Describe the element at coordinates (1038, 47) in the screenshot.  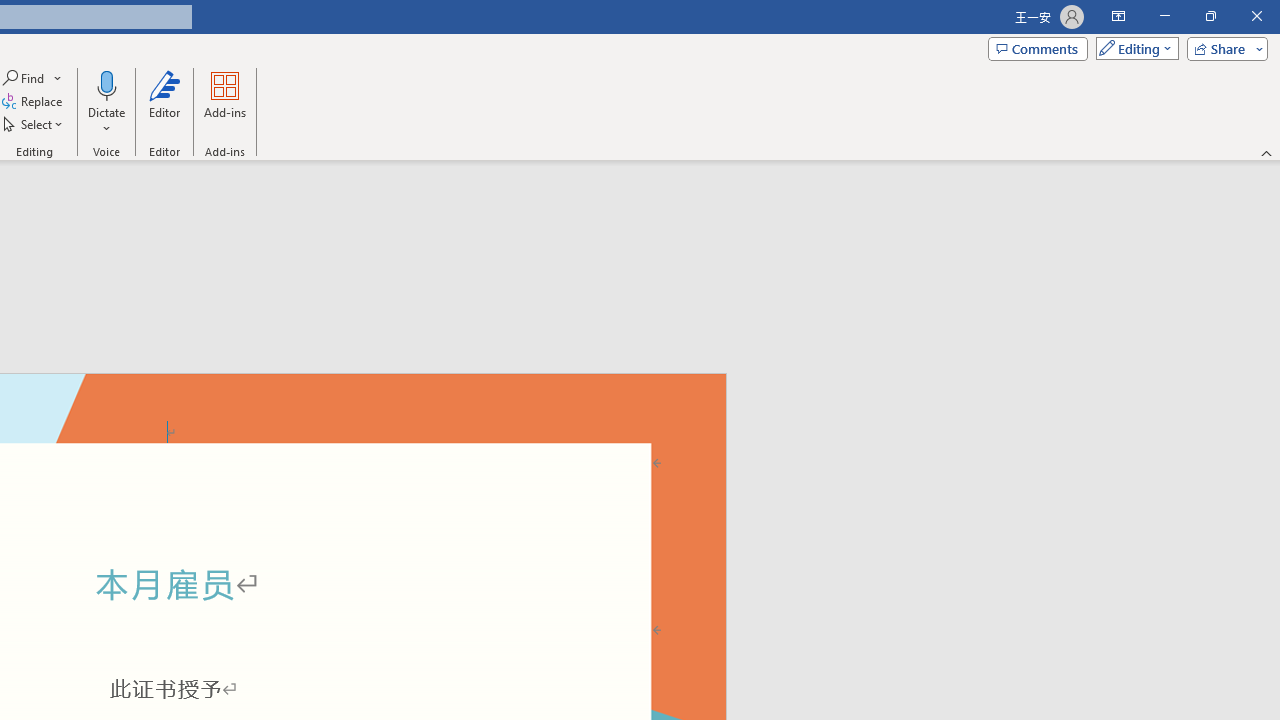
I see `'Comments'` at that location.